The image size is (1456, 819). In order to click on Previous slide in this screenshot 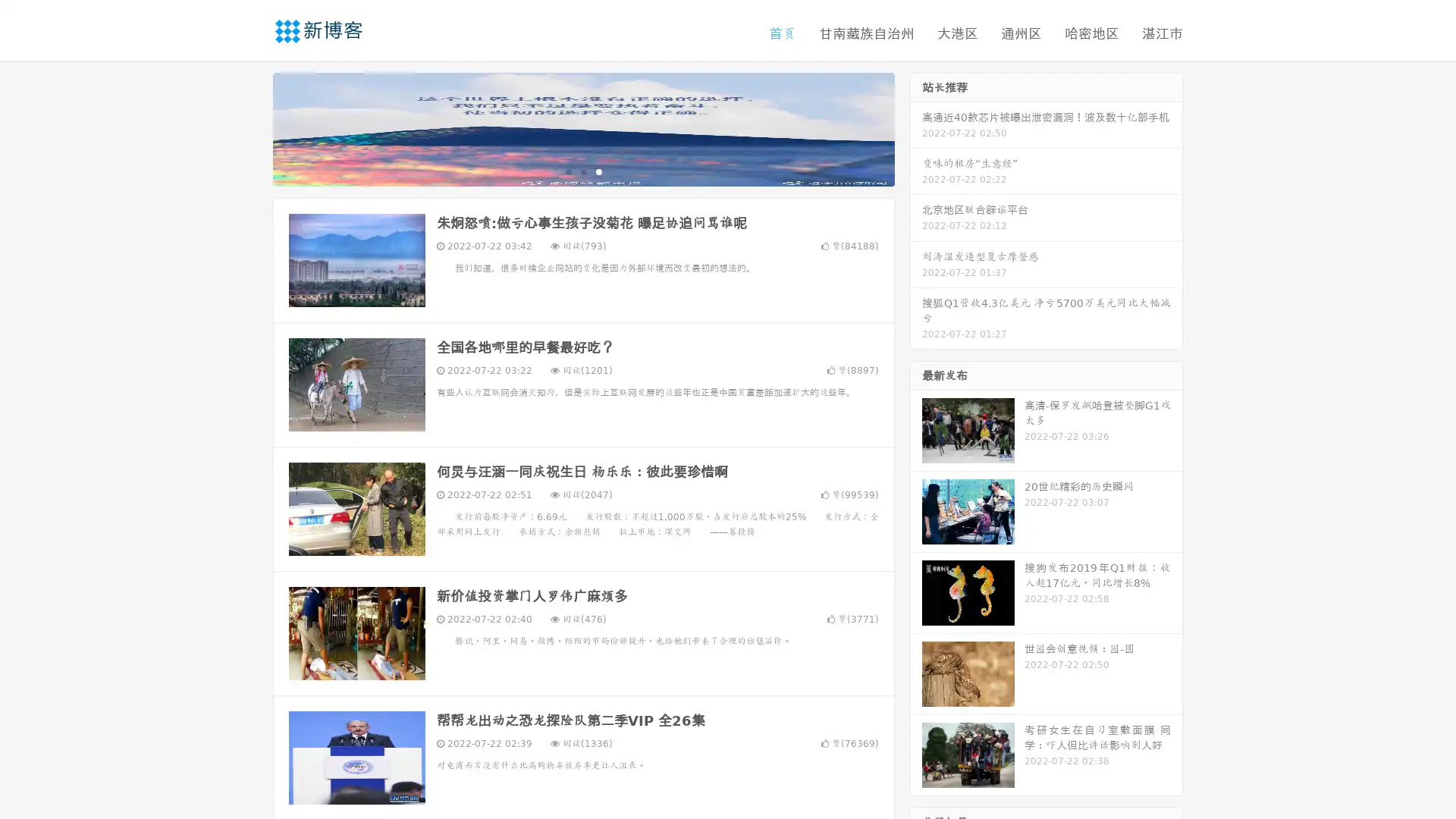, I will do `click(250, 127)`.